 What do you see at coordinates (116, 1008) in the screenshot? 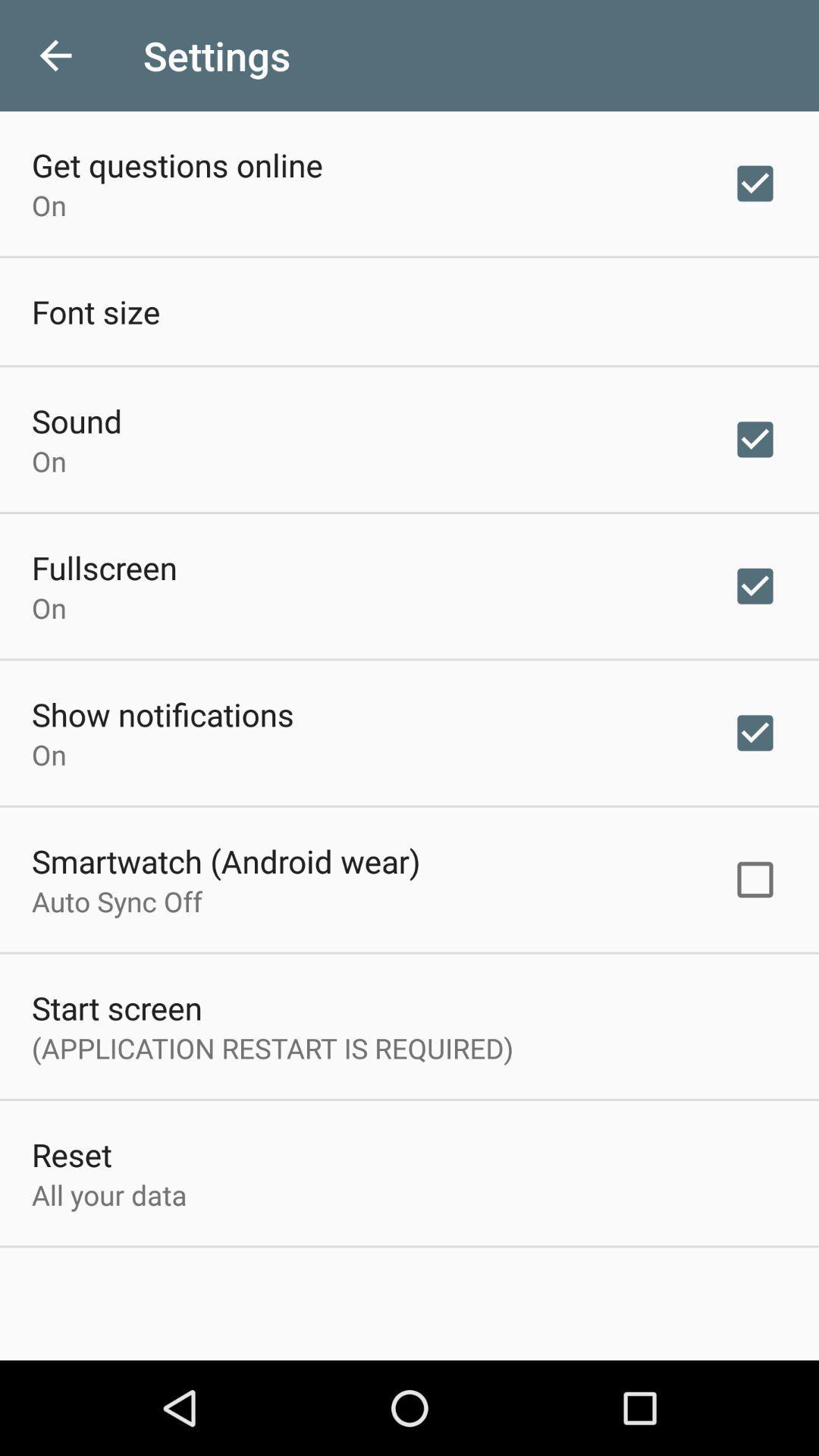
I see `start screen icon` at bounding box center [116, 1008].